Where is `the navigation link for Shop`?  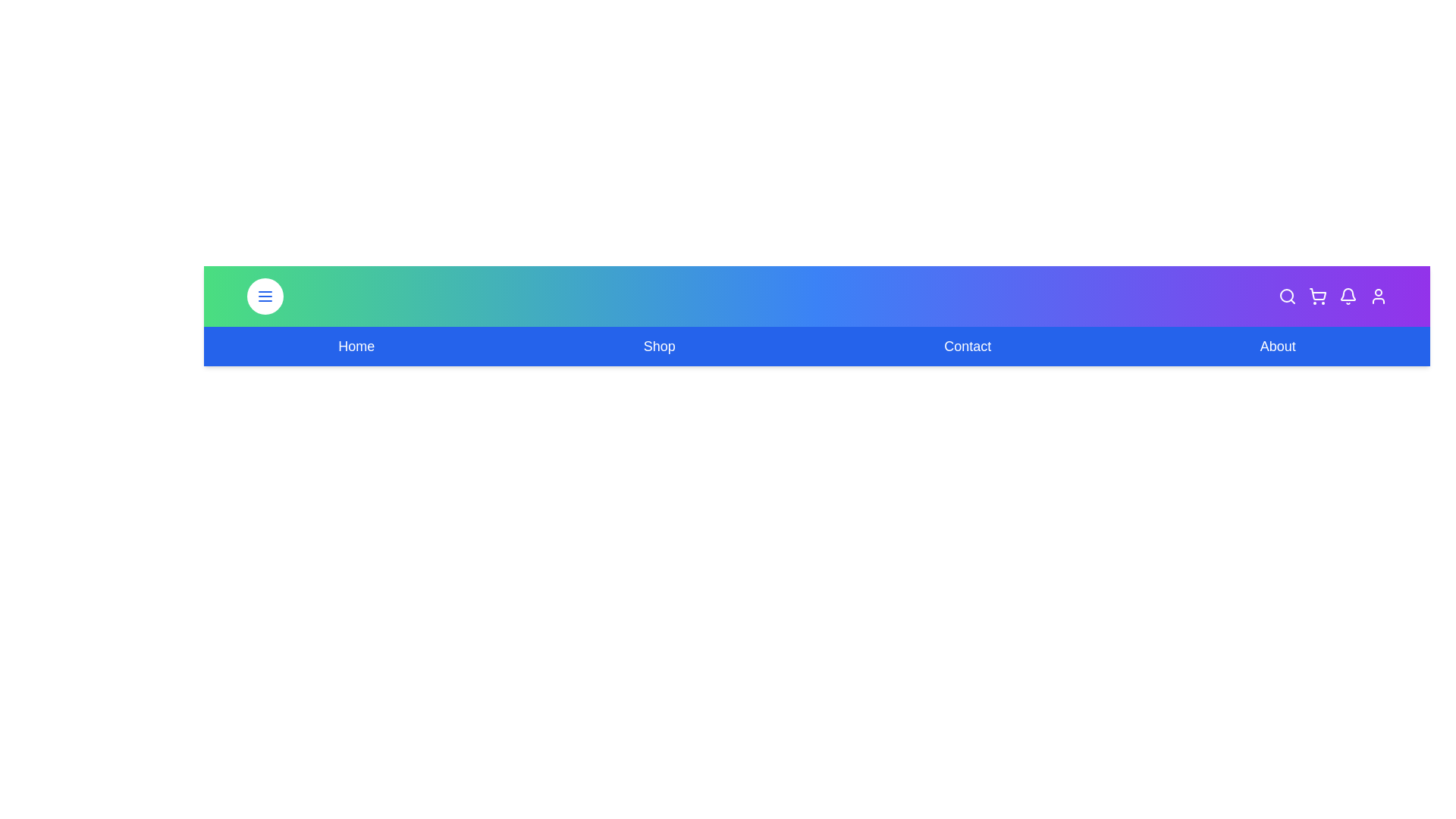
the navigation link for Shop is located at coordinates (658, 346).